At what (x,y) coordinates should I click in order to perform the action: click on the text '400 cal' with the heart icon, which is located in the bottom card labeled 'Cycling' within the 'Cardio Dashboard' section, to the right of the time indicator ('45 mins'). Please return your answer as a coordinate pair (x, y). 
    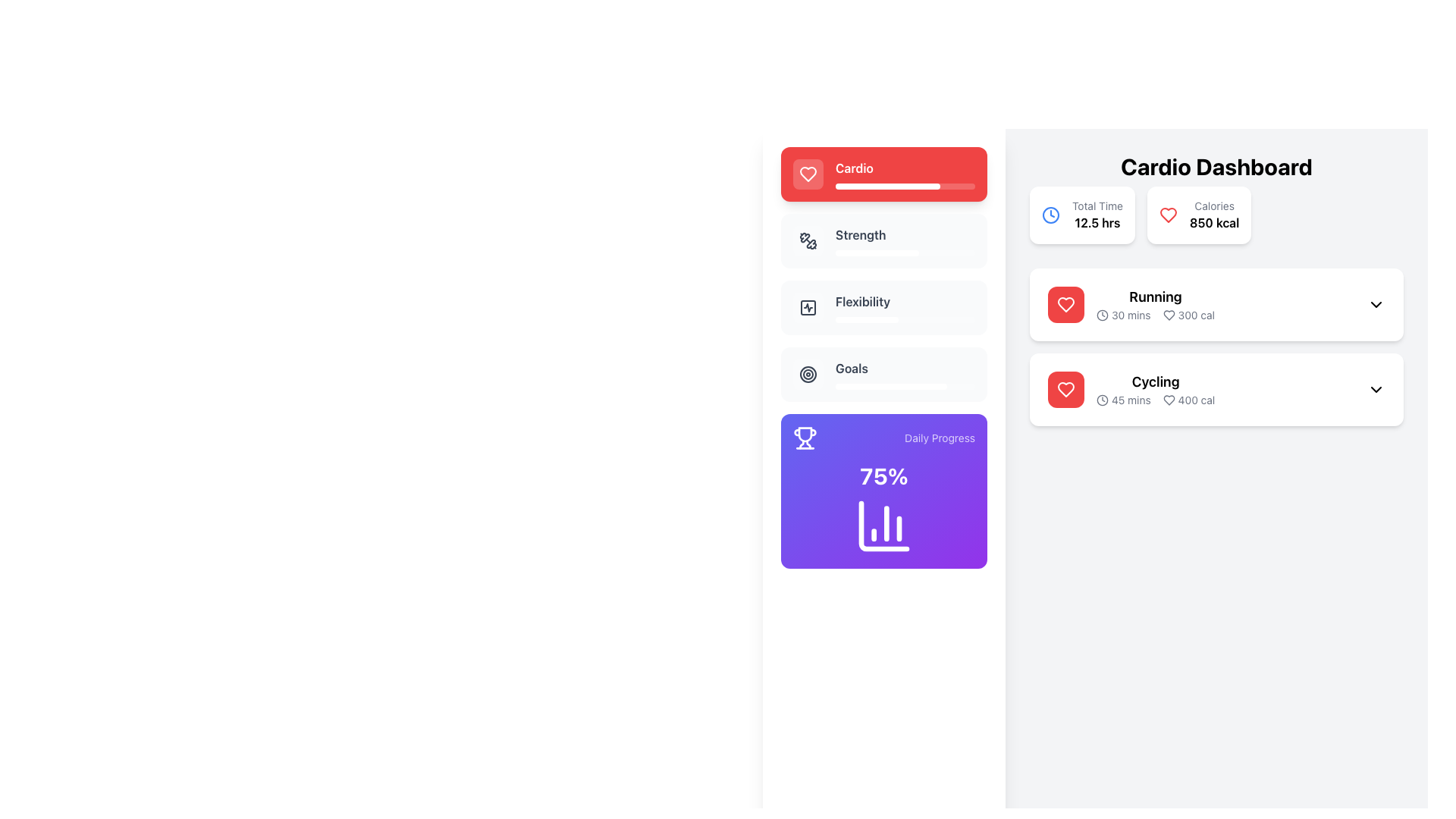
    Looking at the image, I should click on (1188, 400).